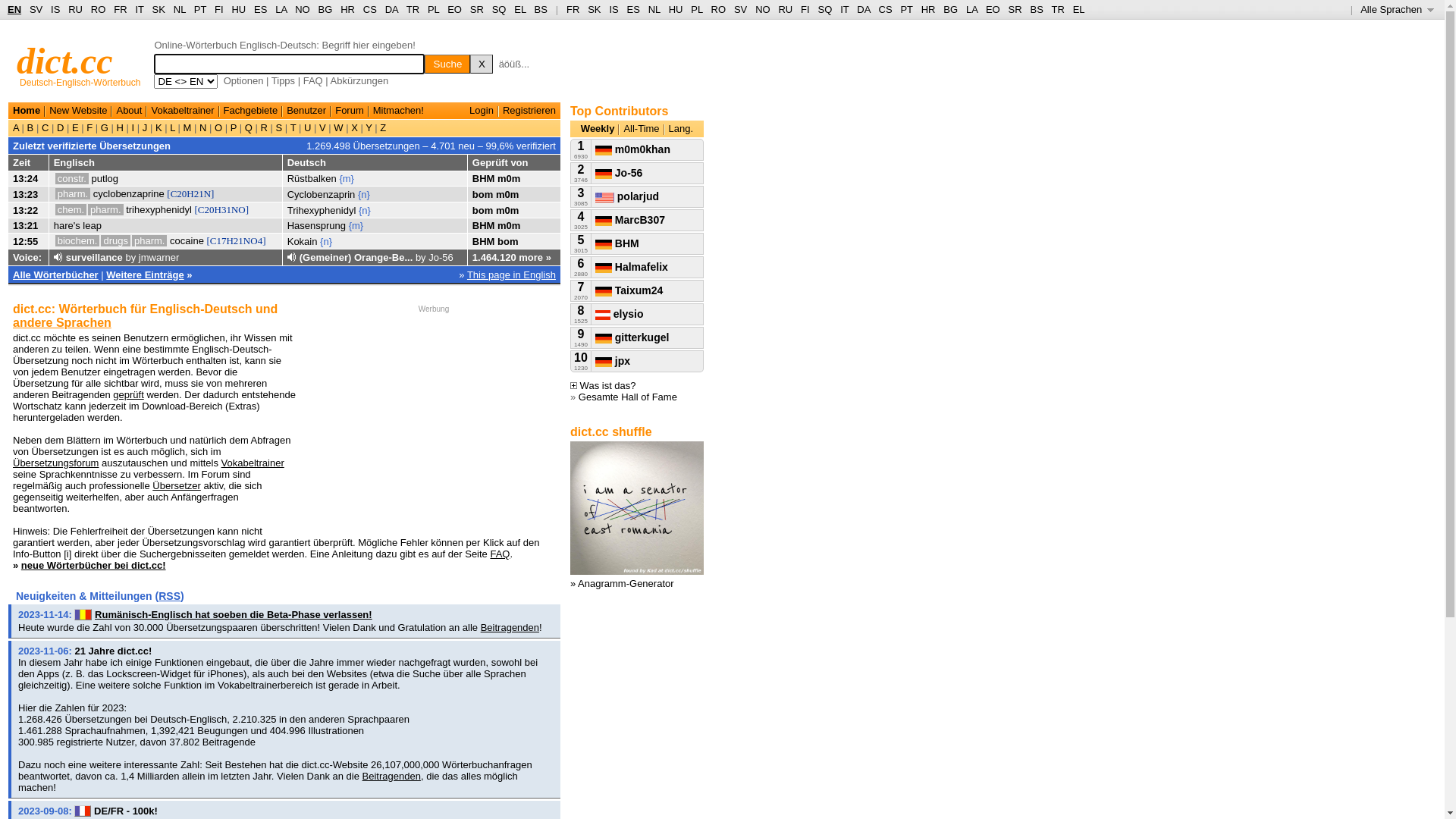  Describe the element at coordinates (115, 240) in the screenshot. I see `'drugs'` at that location.